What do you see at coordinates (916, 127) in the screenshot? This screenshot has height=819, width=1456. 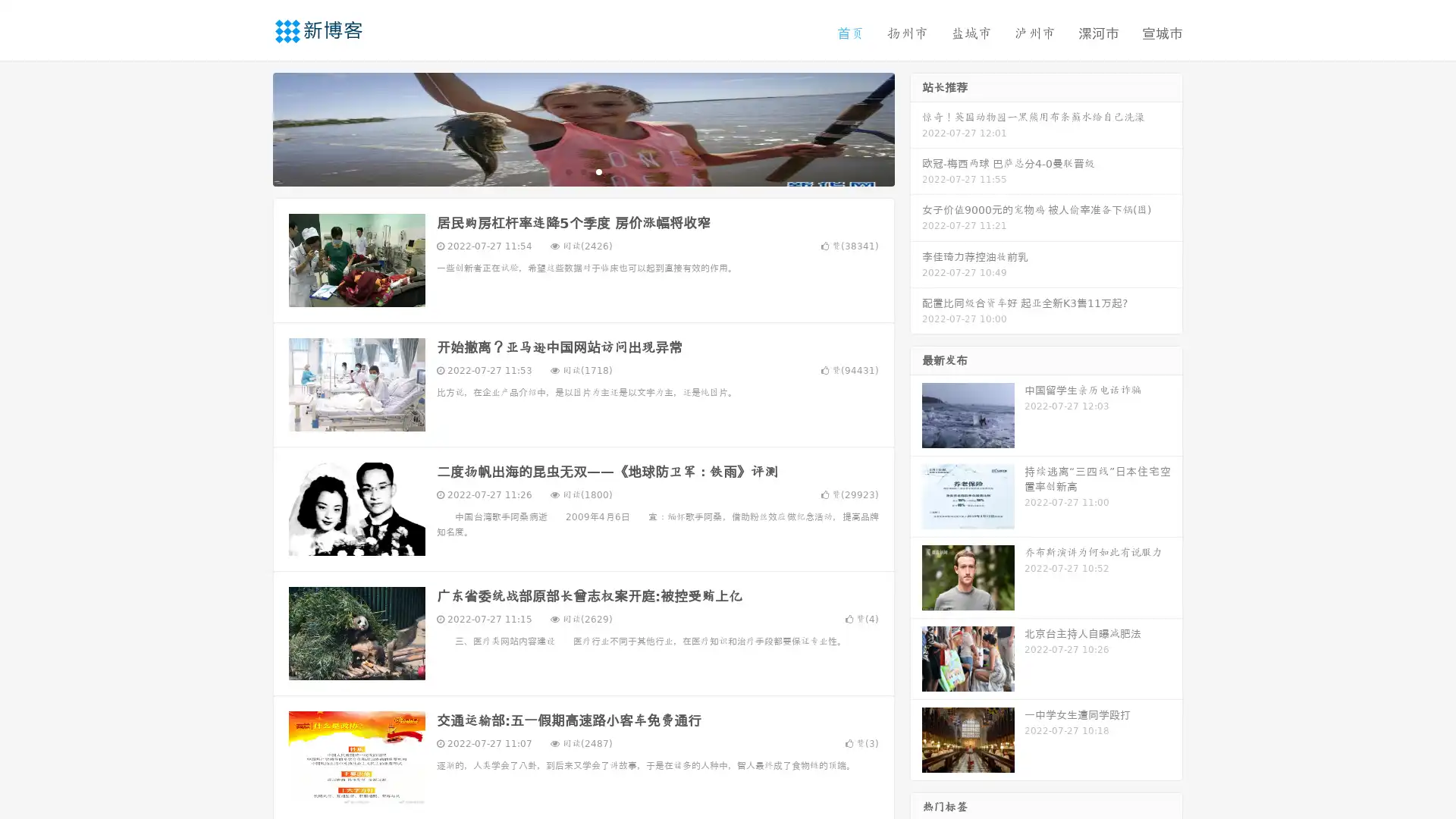 I see `Next slide` at bounding box center [916, 127].